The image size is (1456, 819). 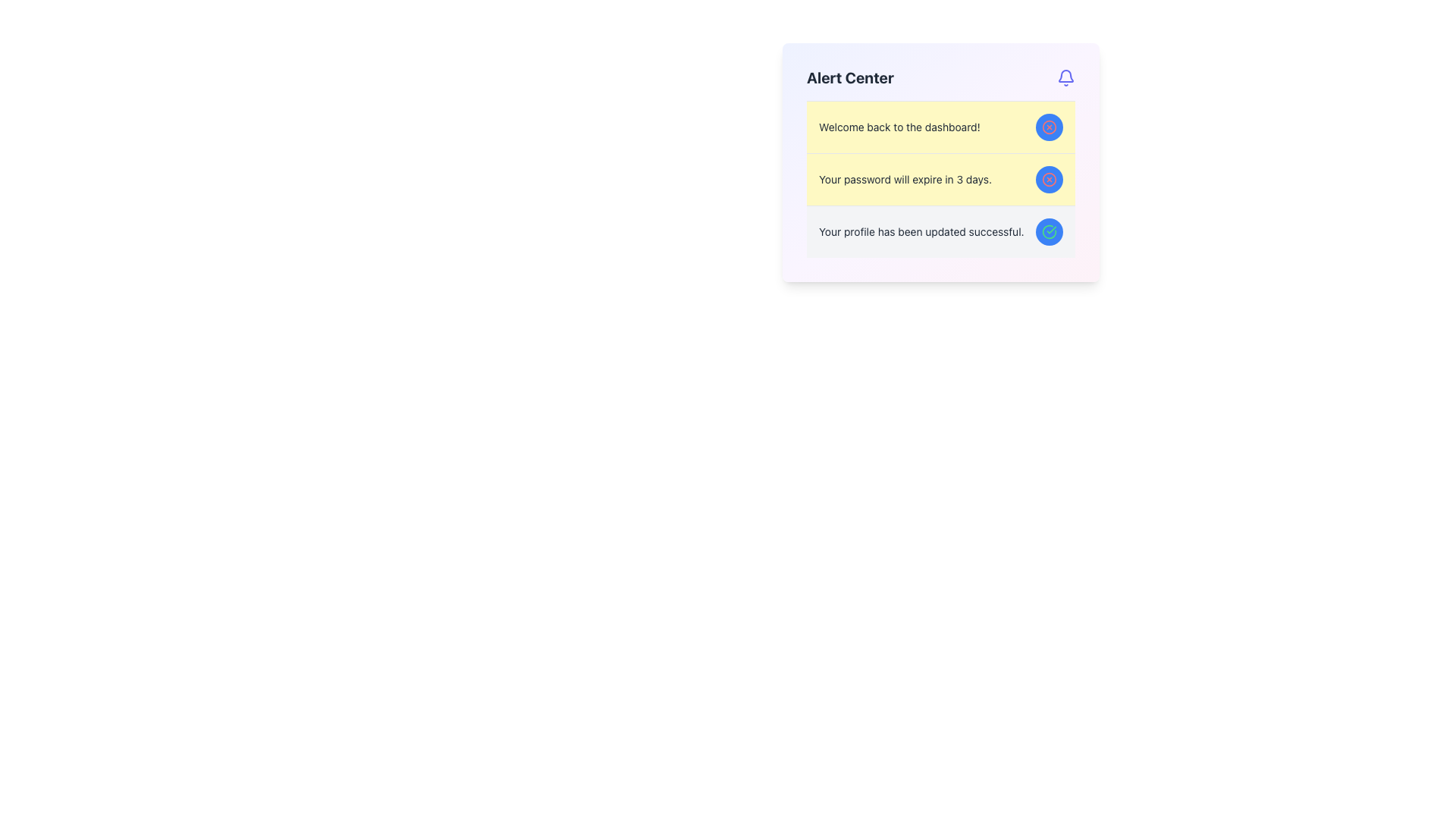 What do you see at coordinates (1048, 231) in the screenshot?
I see `the small circular icon representing a checkmark inside a blue circle with a green outline, located to the right of the three text entries in the Alert Center panel, aligned with the third text item` at bounding box center [1048, 231].